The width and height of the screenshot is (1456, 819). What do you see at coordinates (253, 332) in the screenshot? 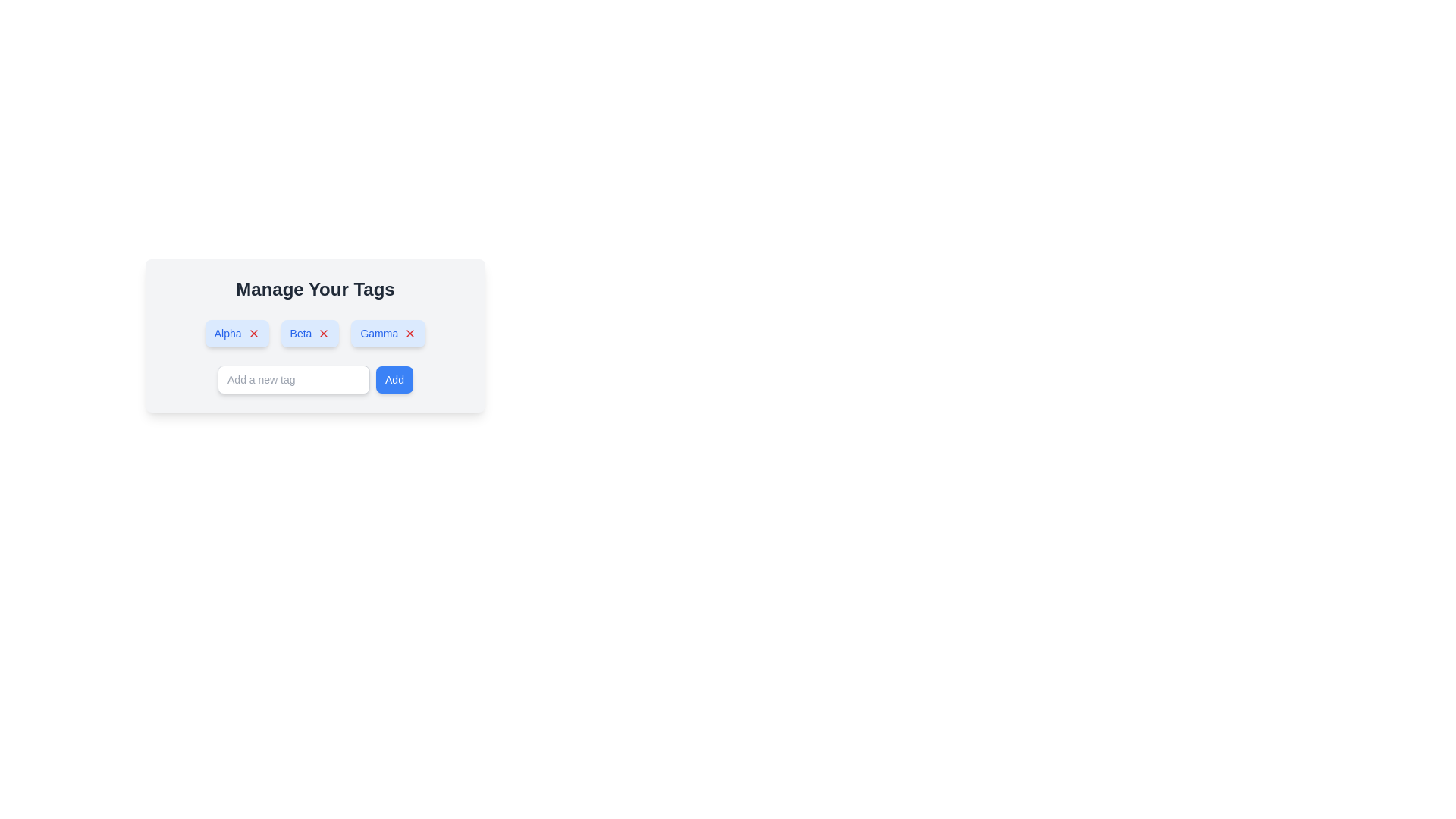
I see `the red 'X' icon located to the right of the 'Alpha' button` at bounding box center [253, 332].